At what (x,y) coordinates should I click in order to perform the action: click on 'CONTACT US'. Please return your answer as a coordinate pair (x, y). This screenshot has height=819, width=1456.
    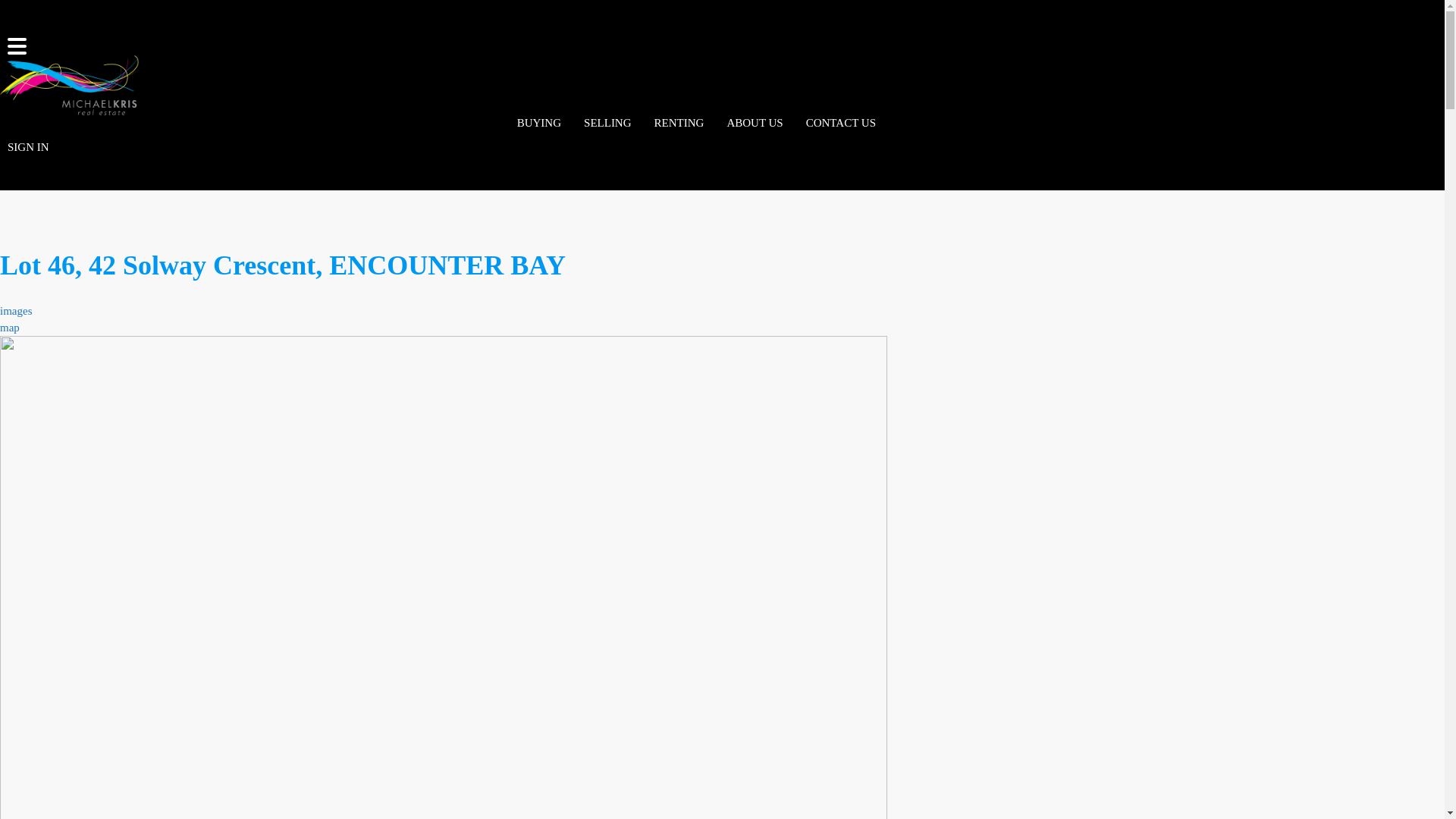
    Looking at the image, I should click on (839, 122).